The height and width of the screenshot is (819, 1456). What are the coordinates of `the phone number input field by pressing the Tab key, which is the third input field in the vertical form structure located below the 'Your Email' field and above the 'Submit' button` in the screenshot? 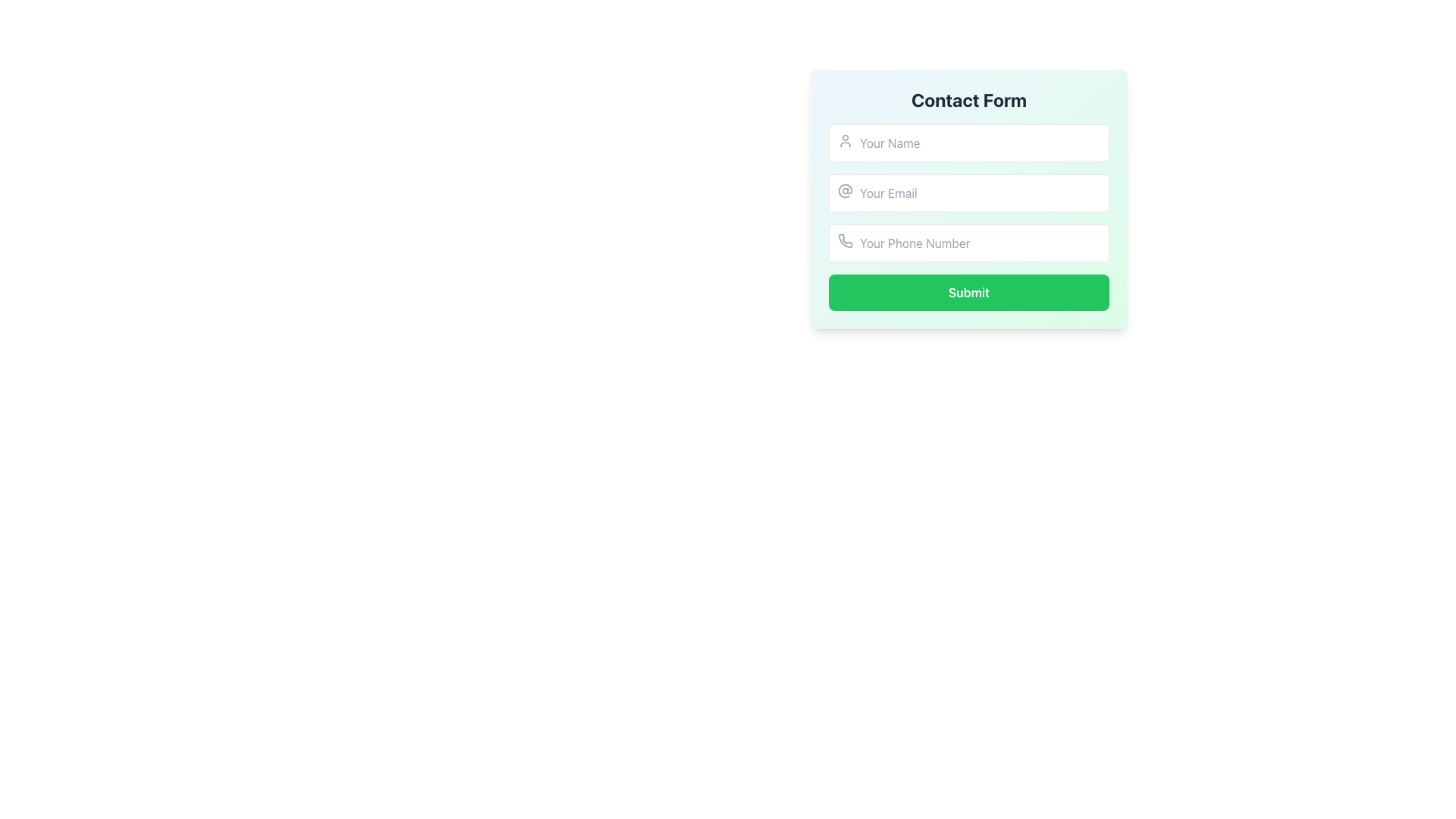 It's located at (968, 242).